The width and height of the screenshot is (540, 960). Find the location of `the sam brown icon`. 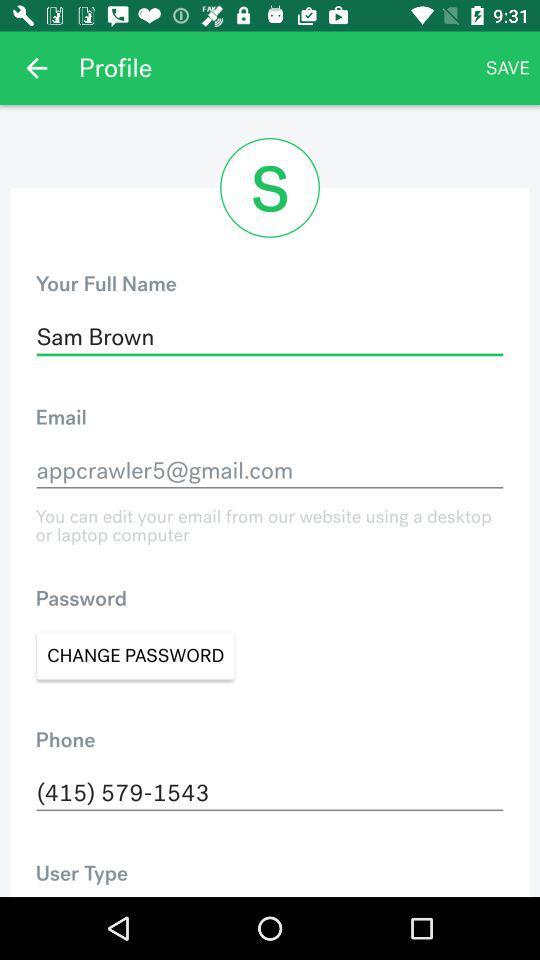

the sam brown icon is located at coordinates (270, 337).